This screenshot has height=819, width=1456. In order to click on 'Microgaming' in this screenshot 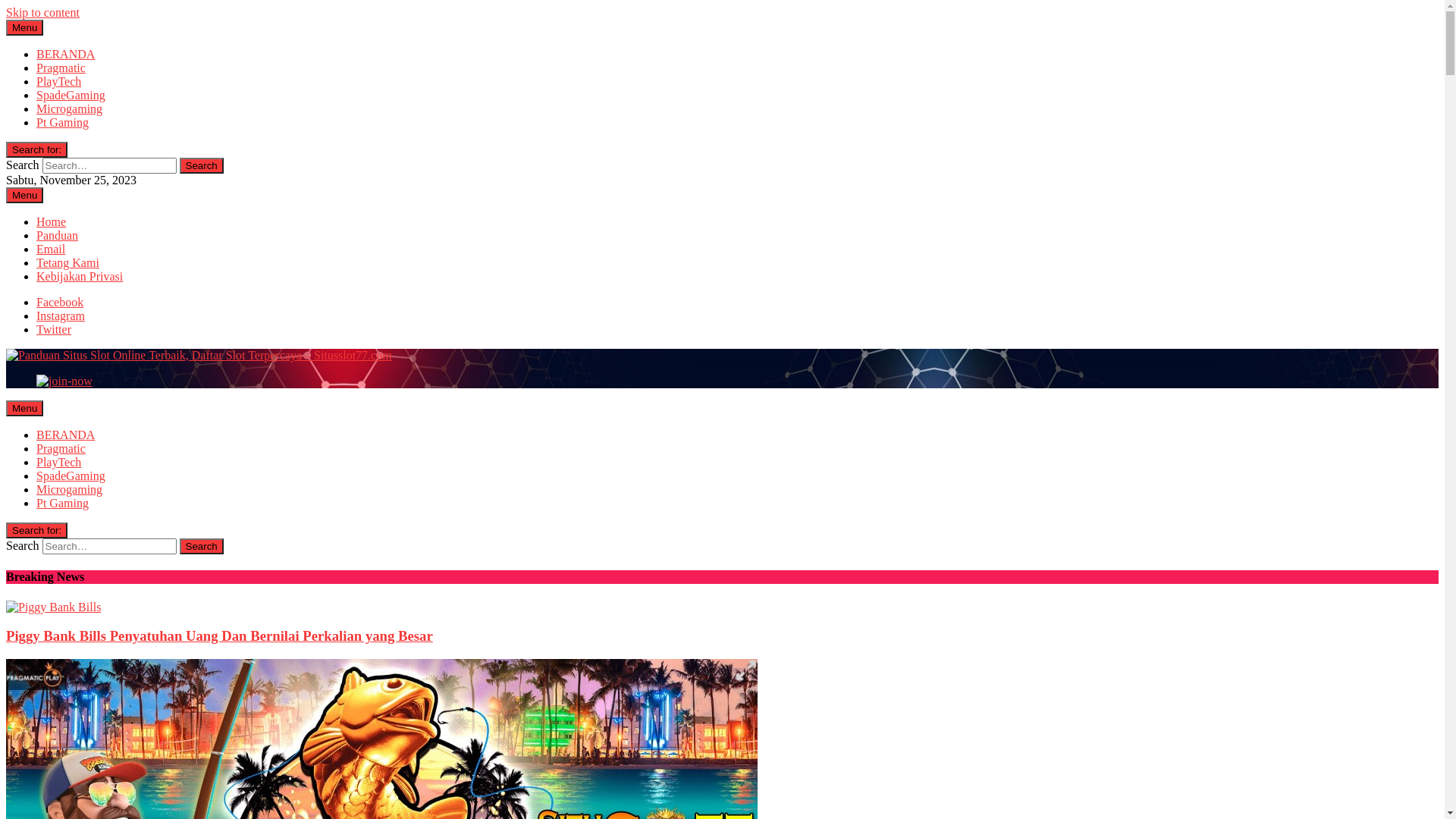, I will do `click(68, 489)`.